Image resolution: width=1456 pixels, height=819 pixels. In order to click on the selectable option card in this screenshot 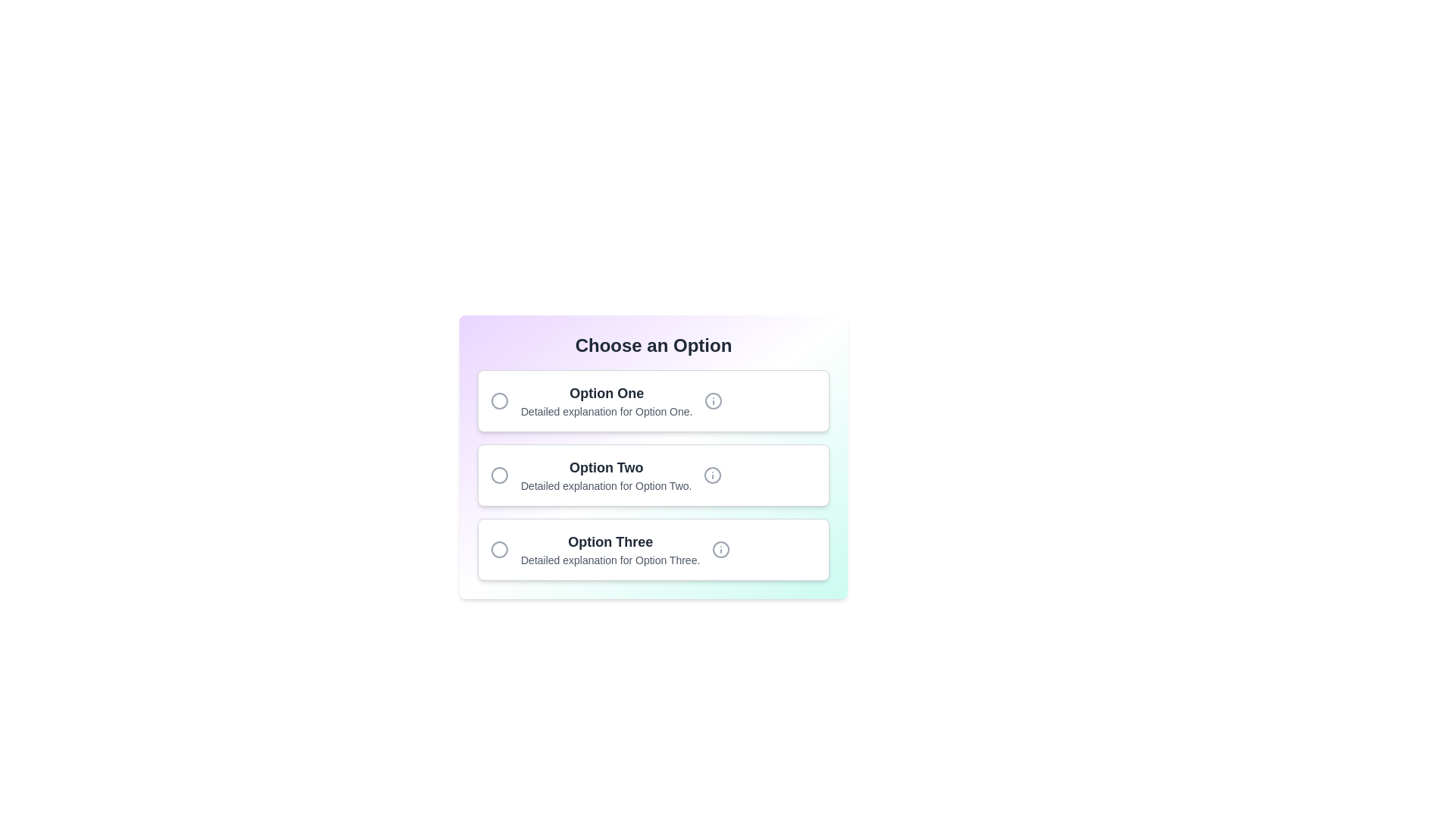, I will do `click(654, 475)`.